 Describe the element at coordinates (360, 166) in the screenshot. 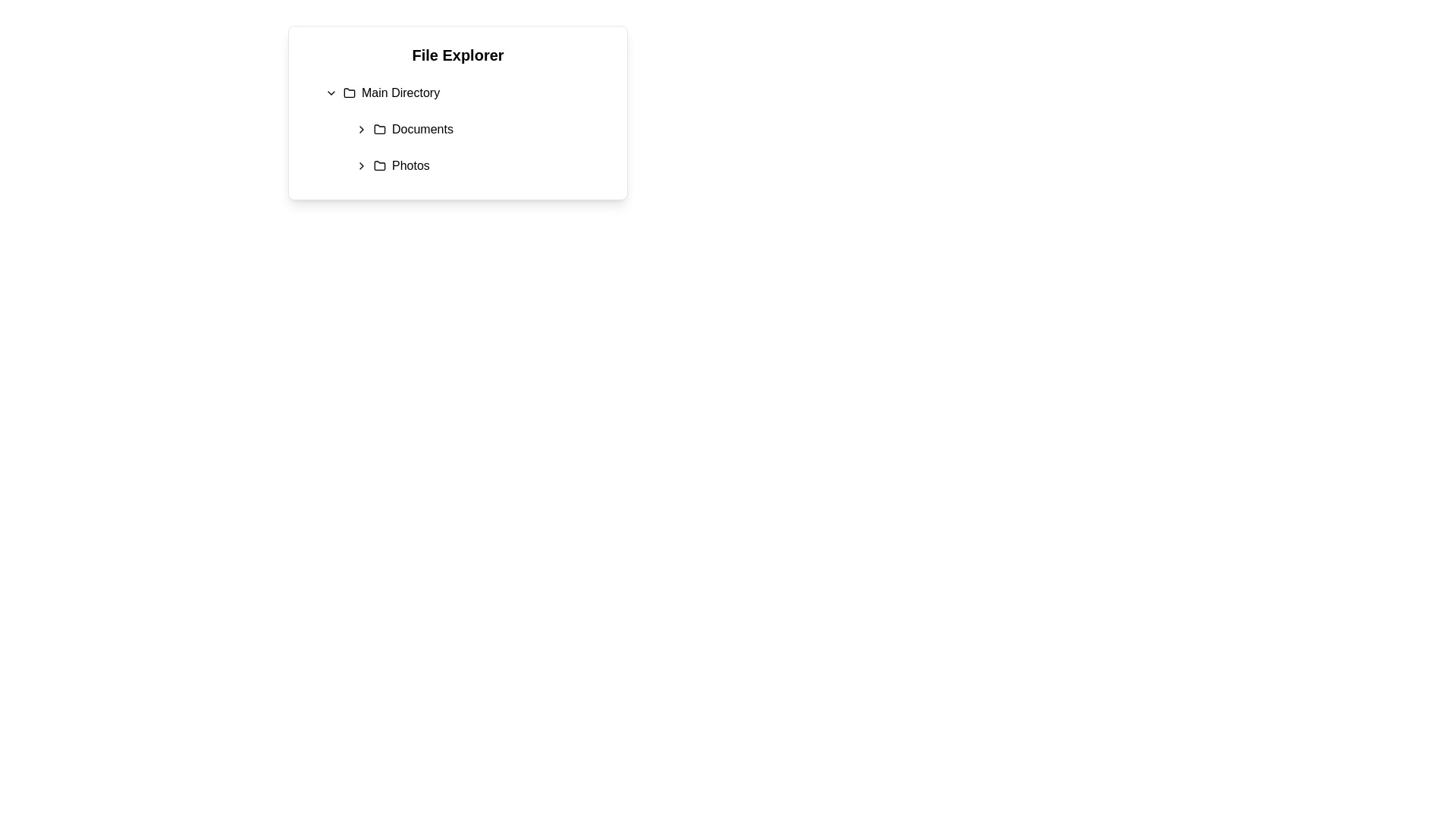

I see `the Expand/Collapse Icon (Chevron) located to the left of the 'Photos' directory` at that location.